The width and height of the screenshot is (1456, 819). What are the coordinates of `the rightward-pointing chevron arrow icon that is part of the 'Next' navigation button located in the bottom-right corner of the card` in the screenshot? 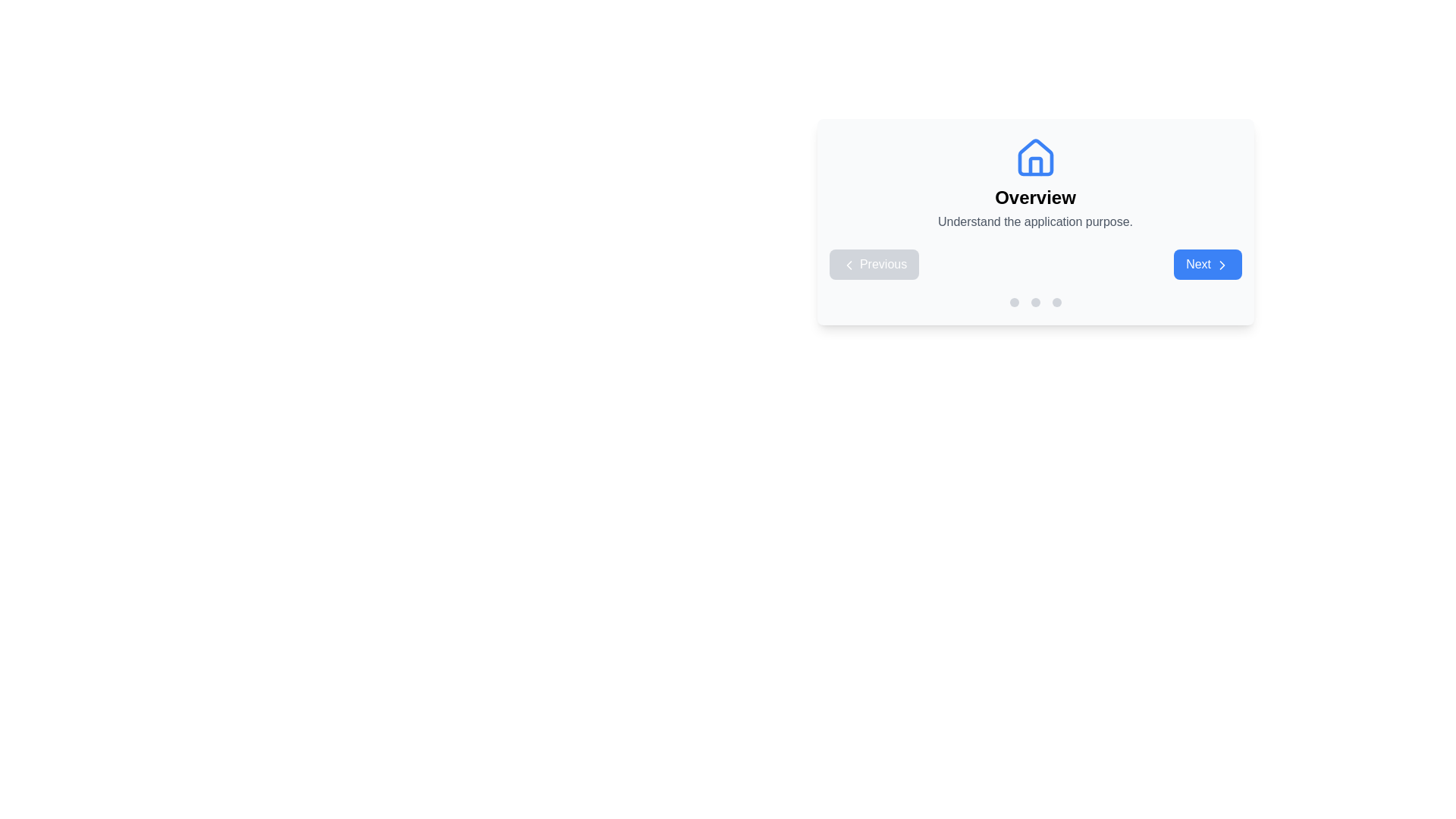 It's located at (1222, 264).